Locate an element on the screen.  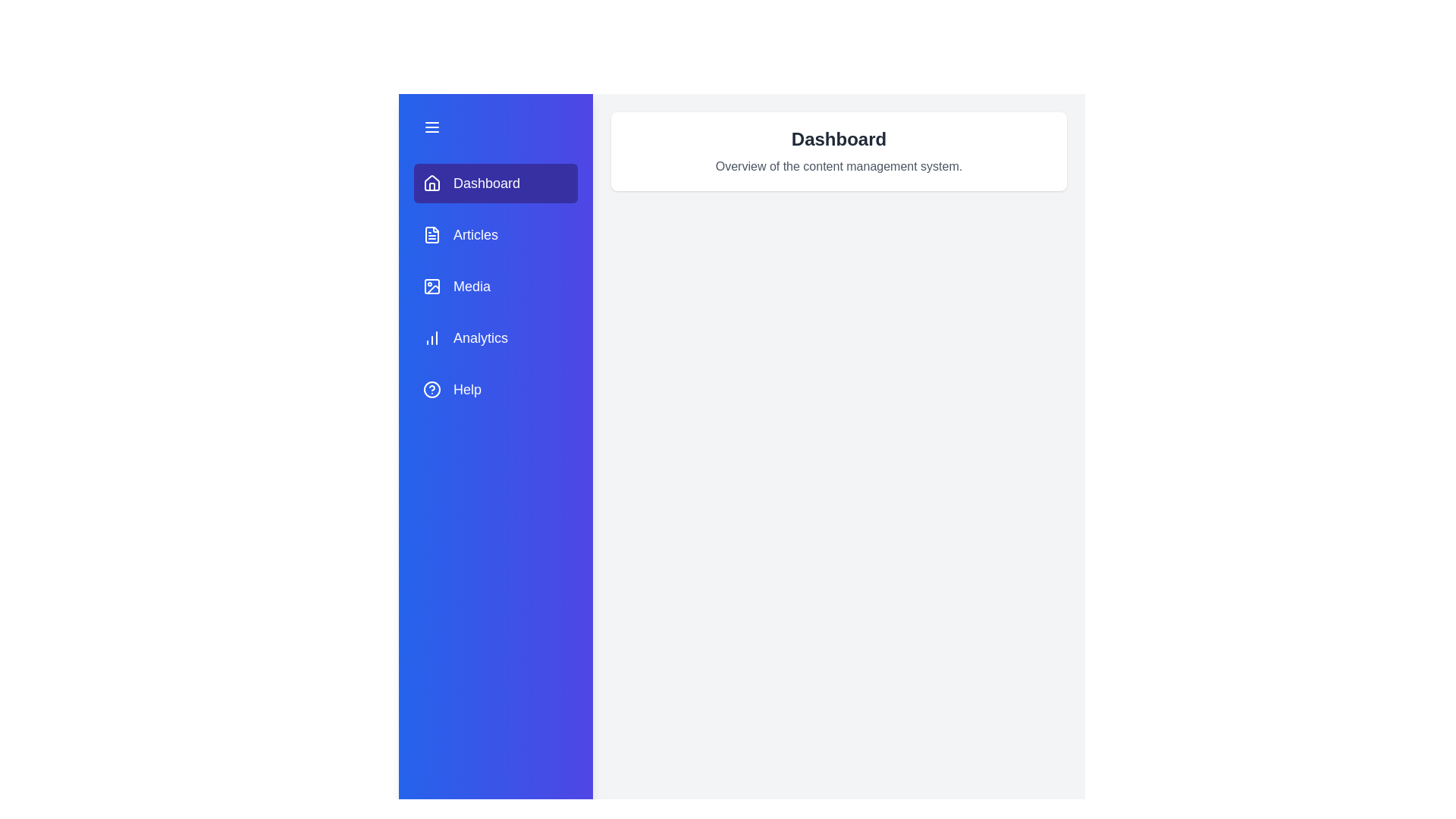
the tab labeled Help to change the active section is located at coordinates (495, 388).